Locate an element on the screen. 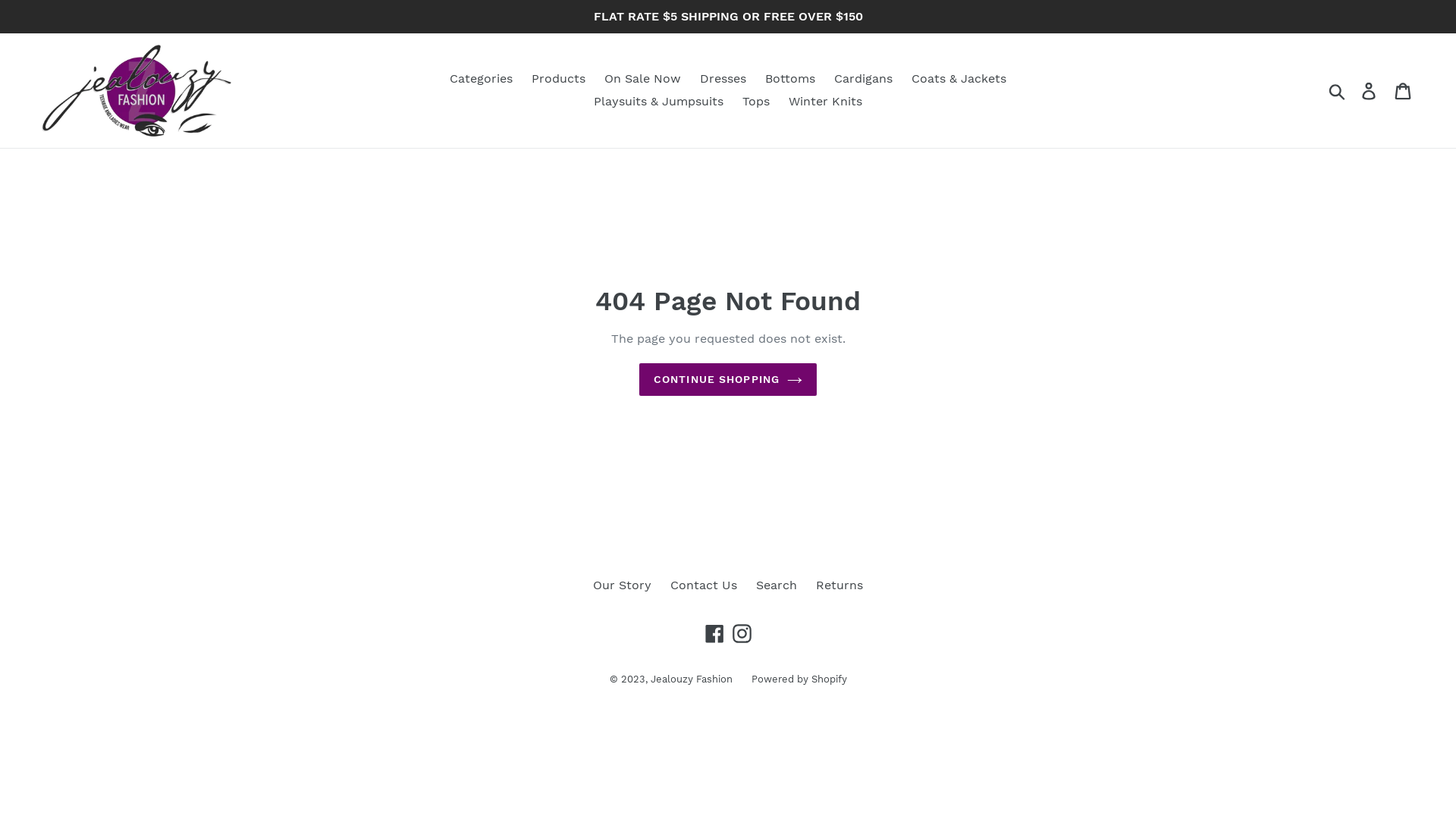 This screenshot has height=819, width=1456. 'Log in' is located at coordinates (1351, 90).